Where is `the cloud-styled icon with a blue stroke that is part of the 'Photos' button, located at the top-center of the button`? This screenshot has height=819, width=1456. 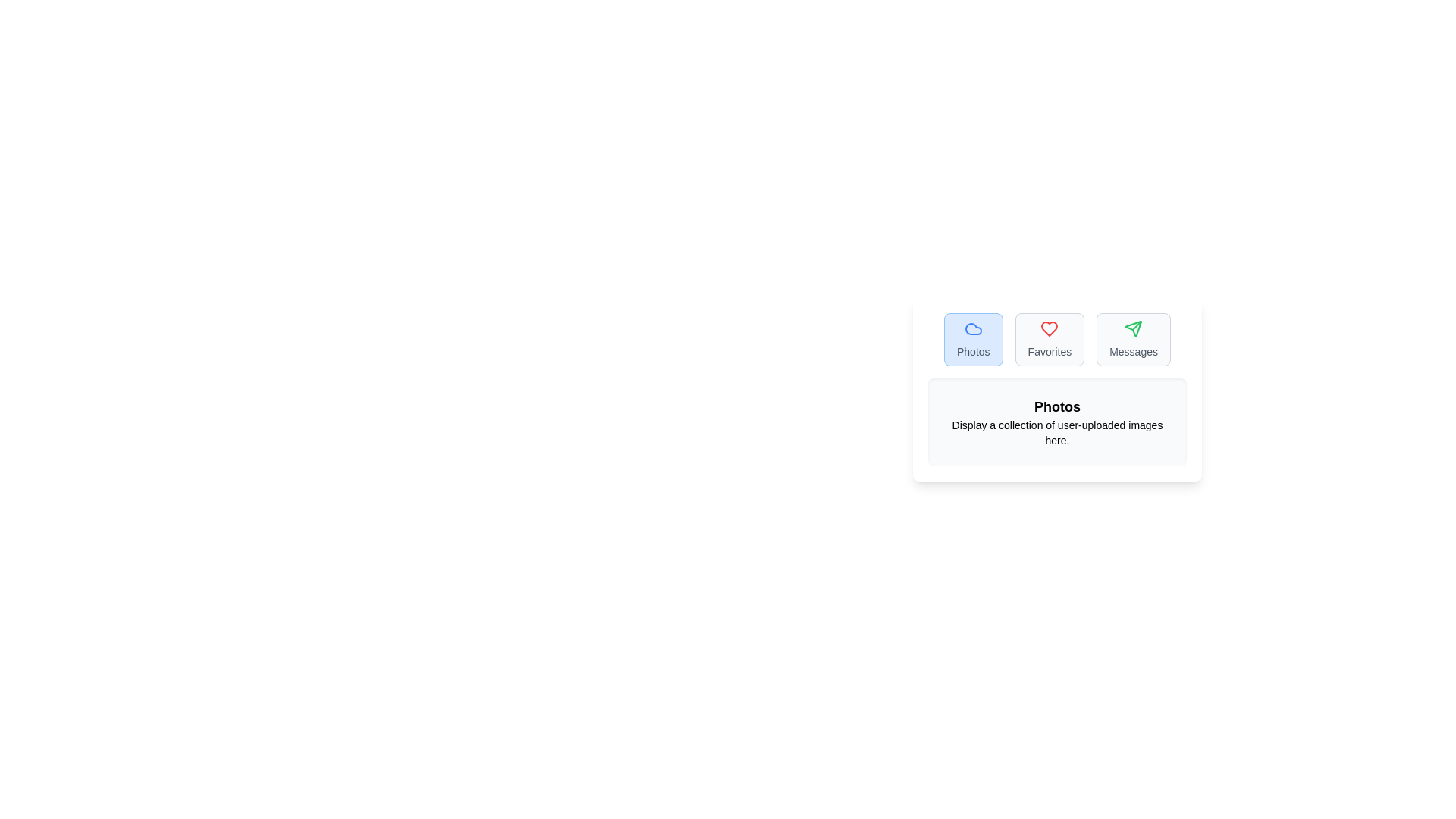 the cloud-styled icon with a blue stroke that is part of the 'Photos' button, located at the top-center of the button is located at coordinates (973, 328).